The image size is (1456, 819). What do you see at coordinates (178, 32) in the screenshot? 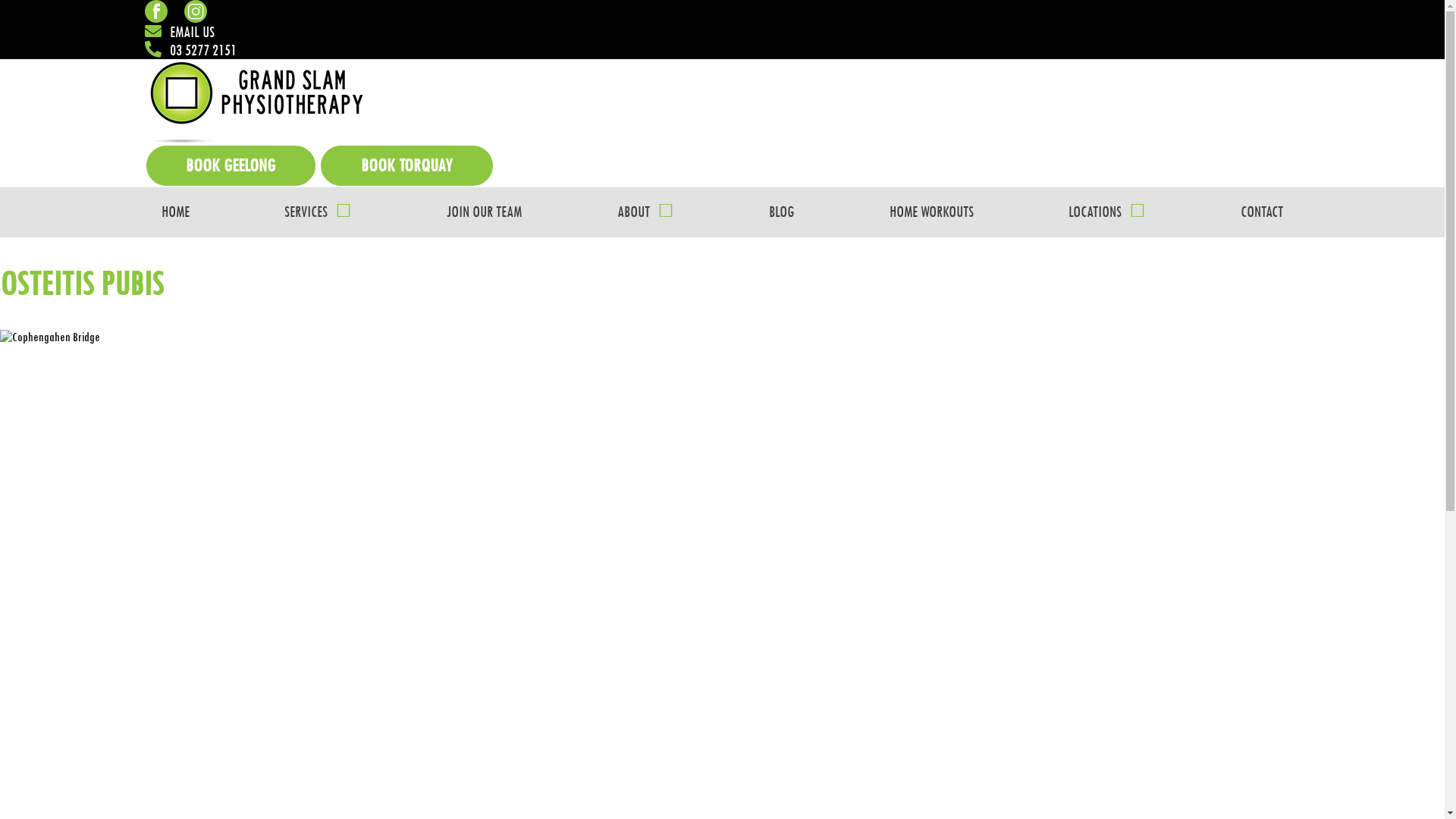
I see `'EMAIL US'` at bounding box center [178, 32].